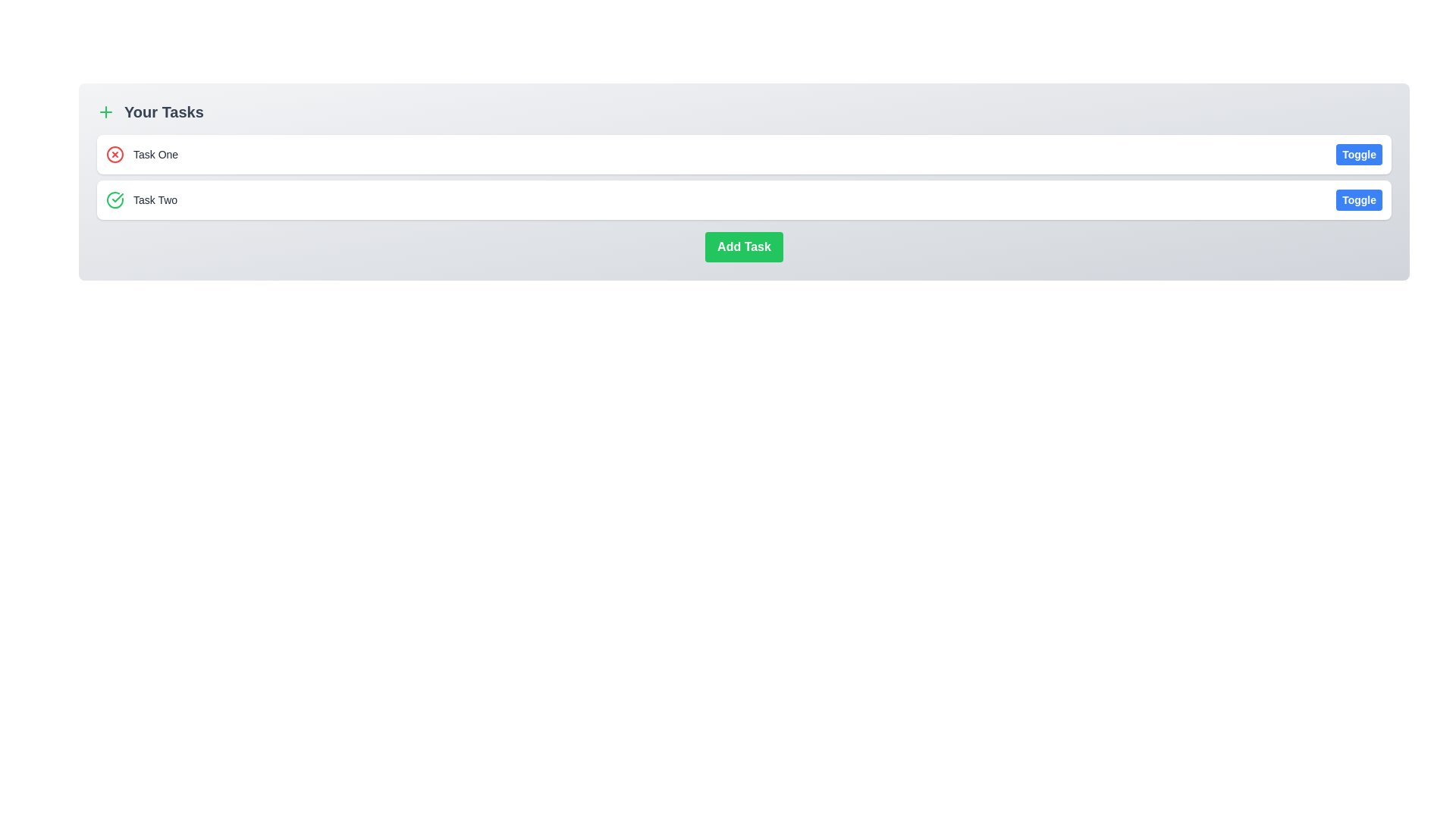 The image size is (1456, 819). I want to click on text from the label that identifies the second task in the task list, located to the right of the green circular check icon and beneath 'Task One', so click(155, 199).